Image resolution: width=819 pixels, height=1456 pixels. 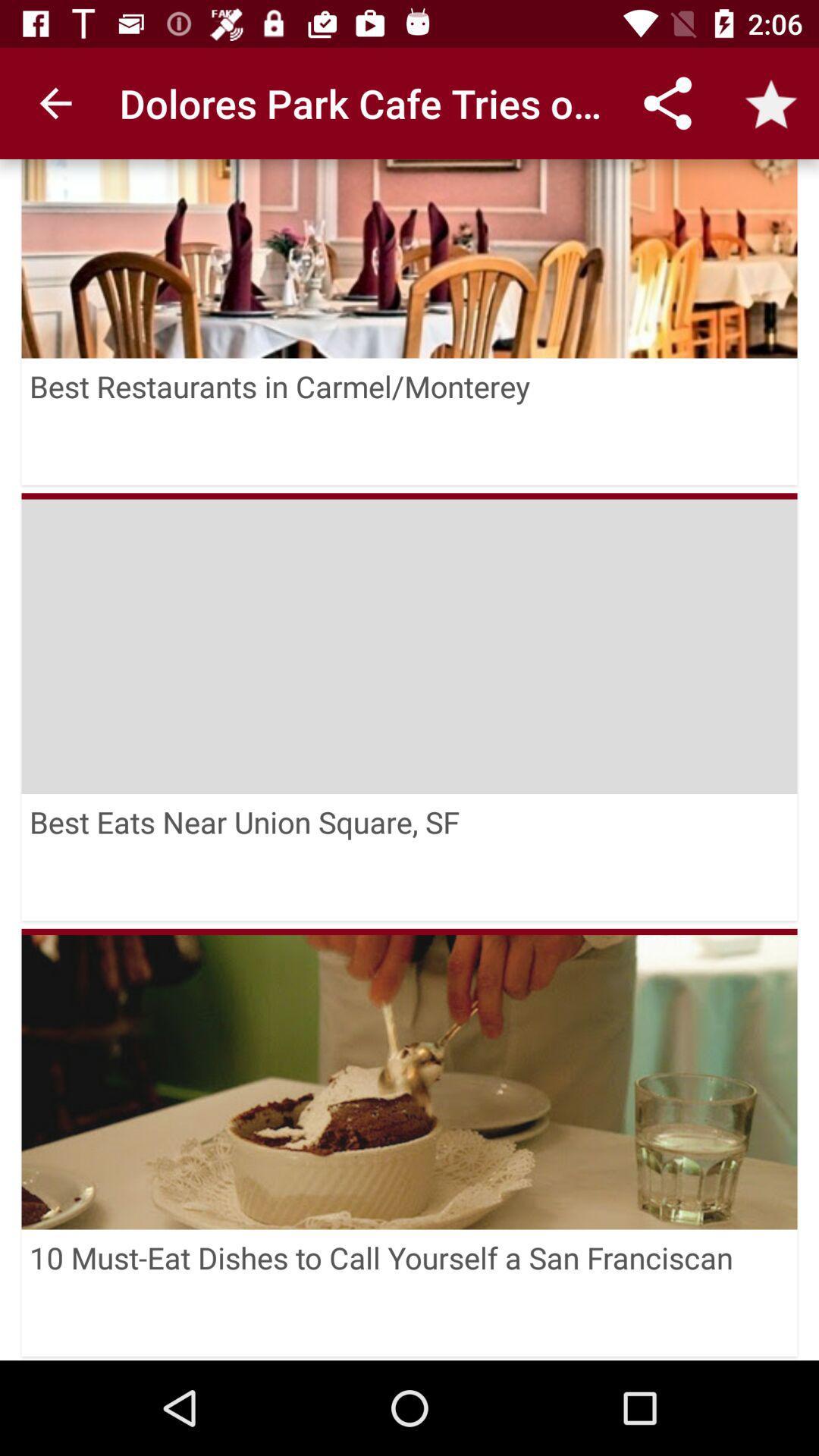 I want to click on item next to dolores park cafe, so click(x=55, y=102).